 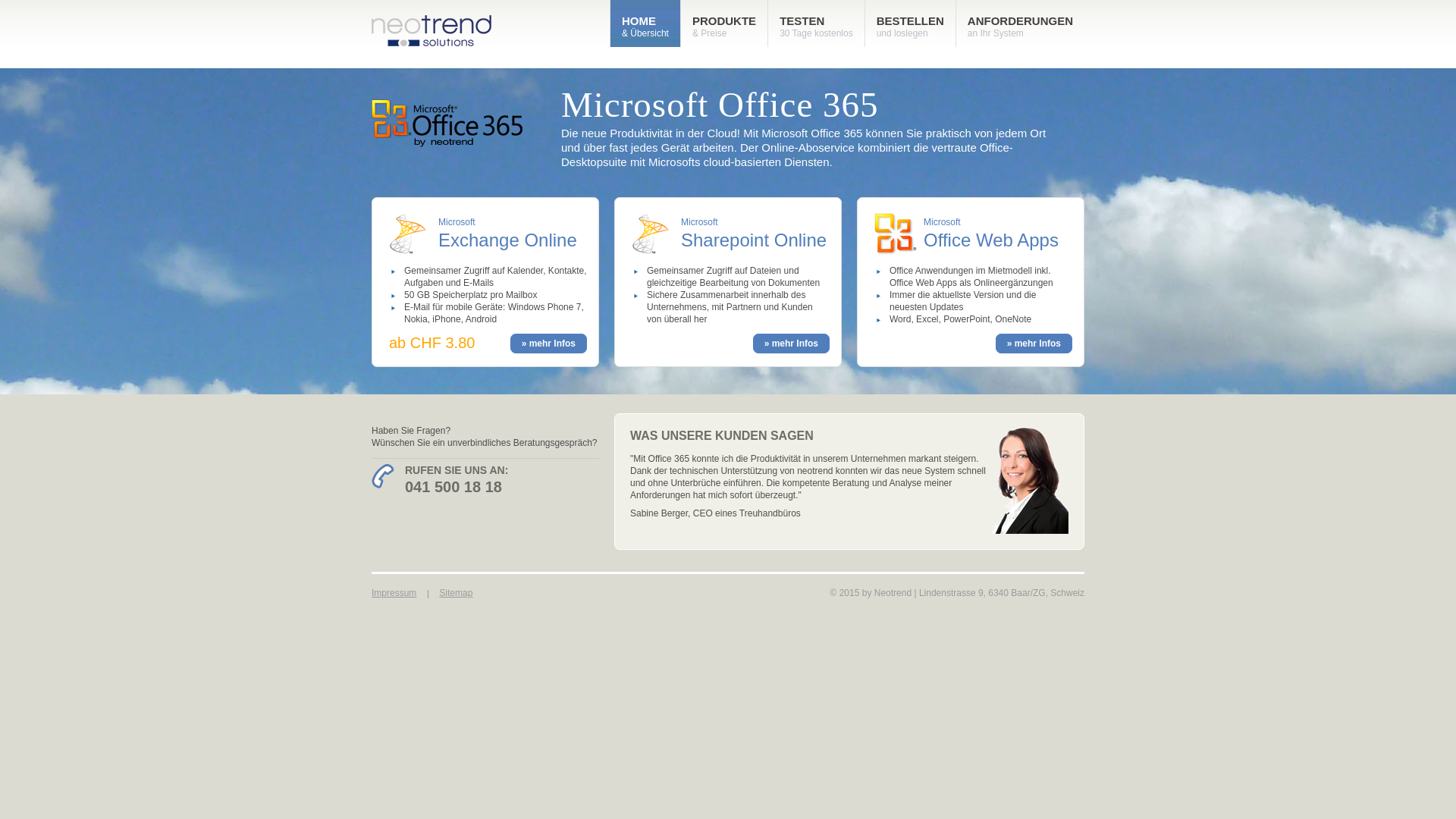 What do you see at coordinates (1020, 23) in the screenshot?
I see `'ANFORDERUNGEN` at bounding box center [1020, 23].